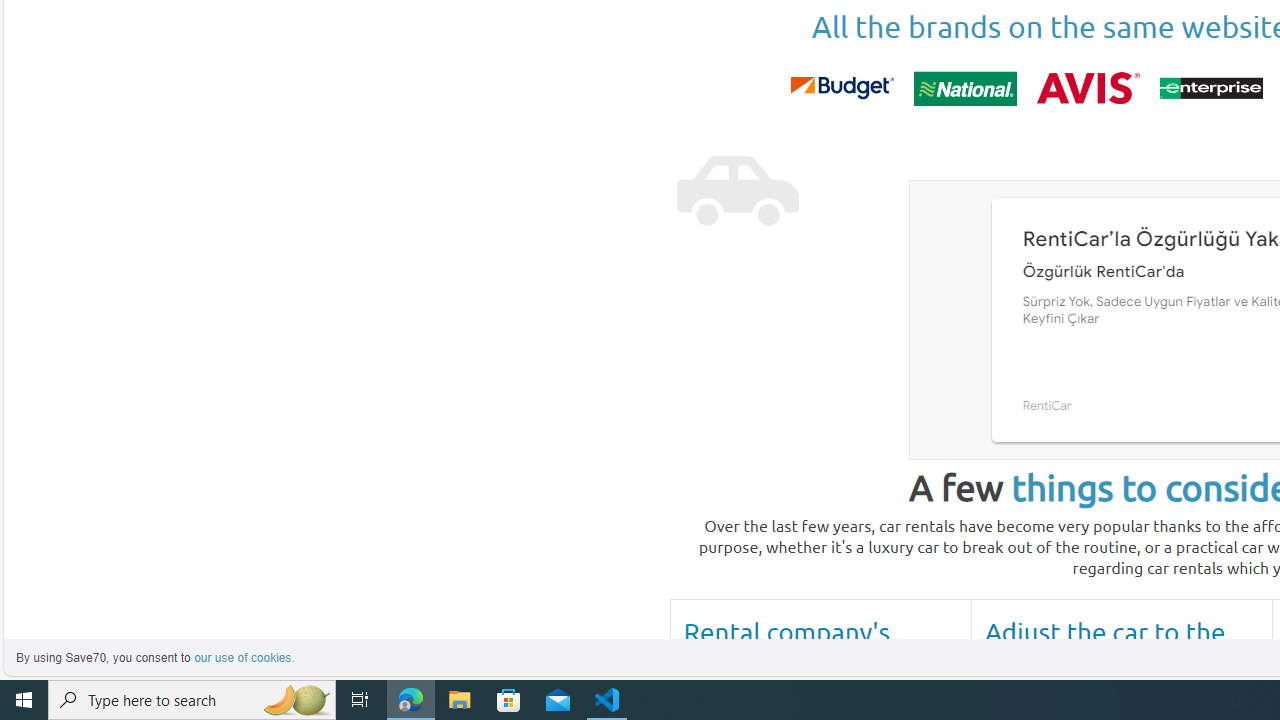 The width and height of the screenshot is (1280, 720). I want to click on 'avis', so click(1087, 87).